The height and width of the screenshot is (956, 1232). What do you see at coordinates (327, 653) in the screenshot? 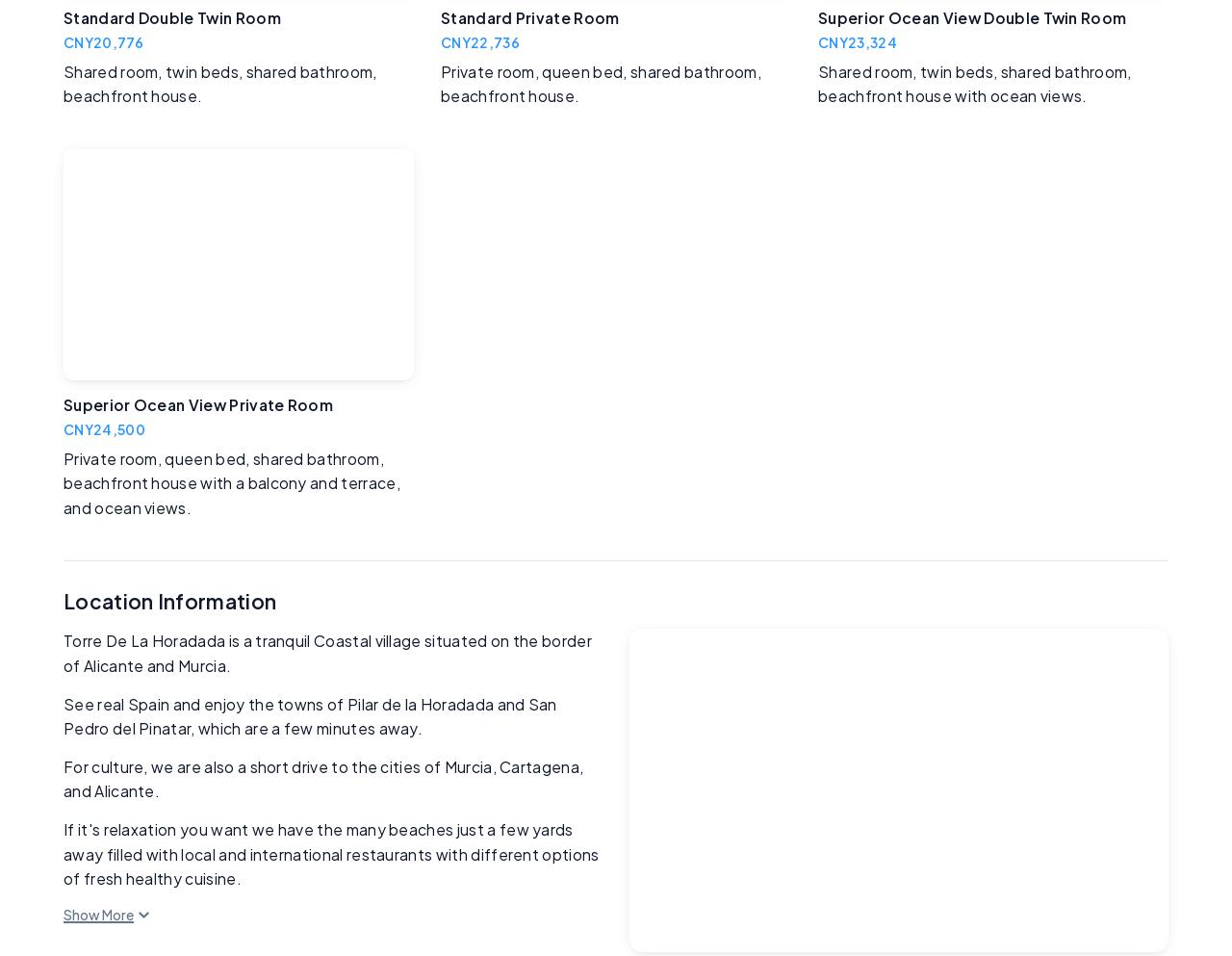
I see `'Torre De La Horadada is a tranquil Coastal village situated on the border of Alicante and Murcia.'` at bounding box center [327, 653].